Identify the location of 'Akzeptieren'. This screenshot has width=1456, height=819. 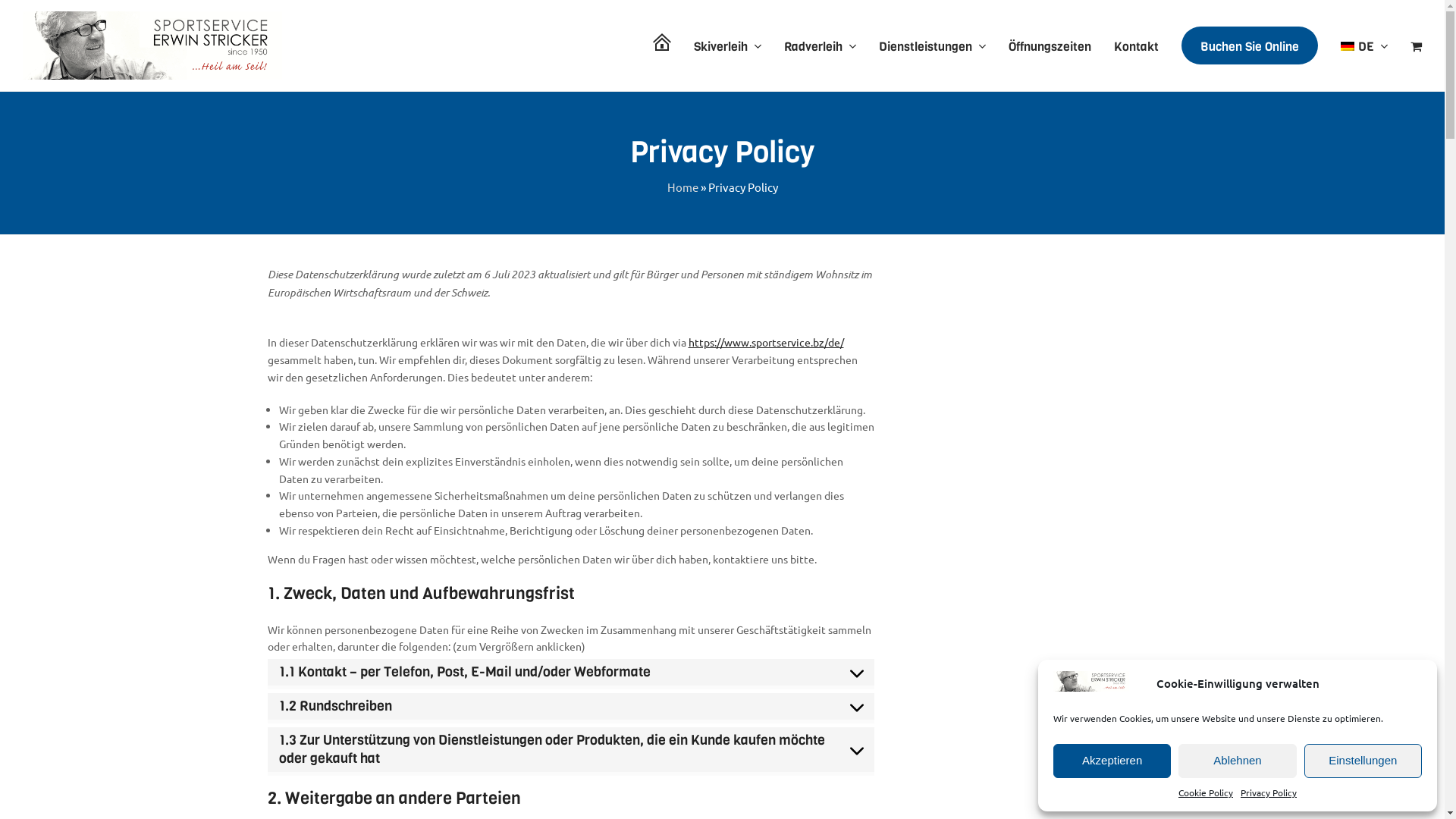
(1052, 760).